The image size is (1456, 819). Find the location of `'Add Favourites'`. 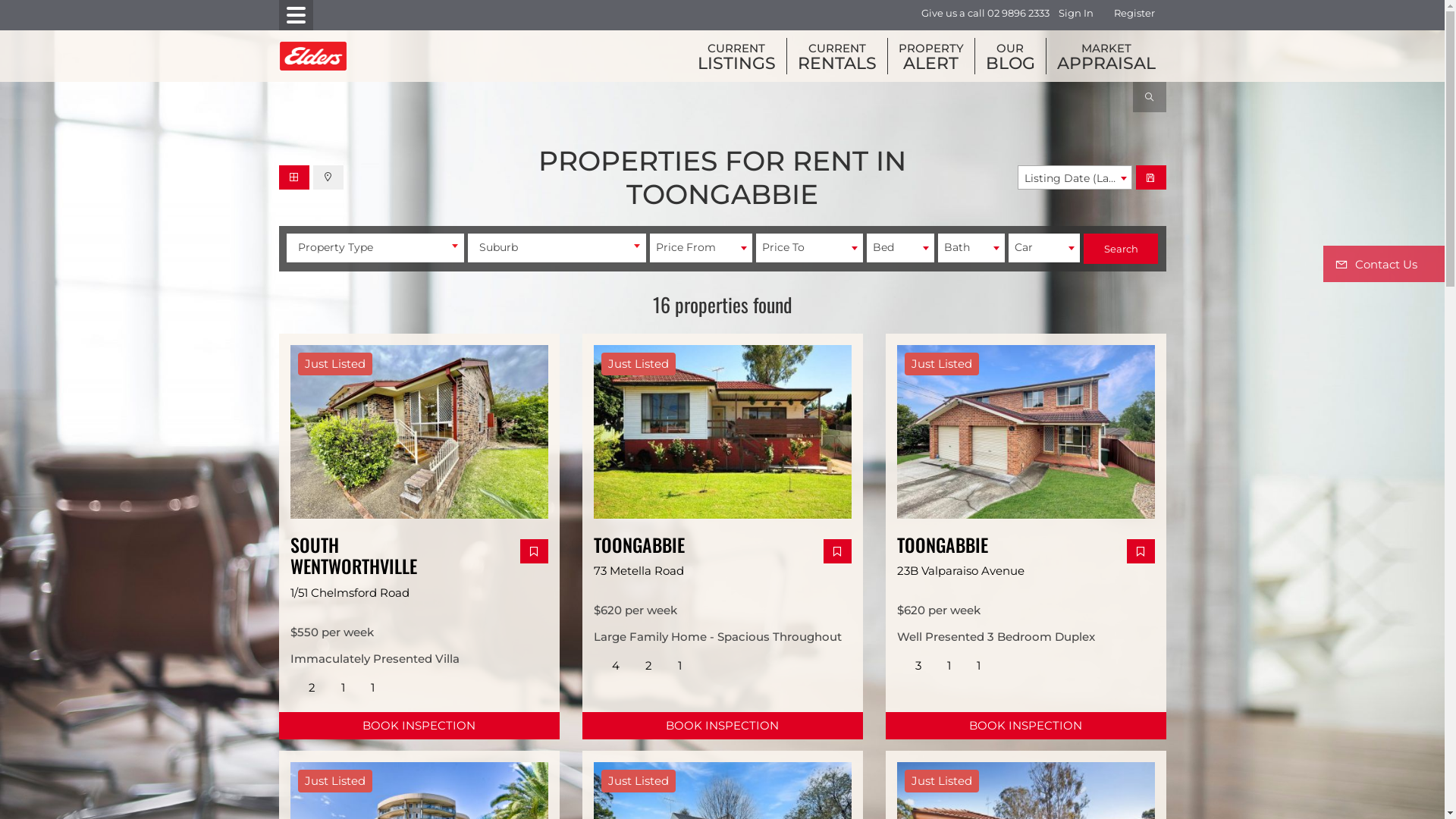

'Add Favourites' is located at coordinates (1127, 551).